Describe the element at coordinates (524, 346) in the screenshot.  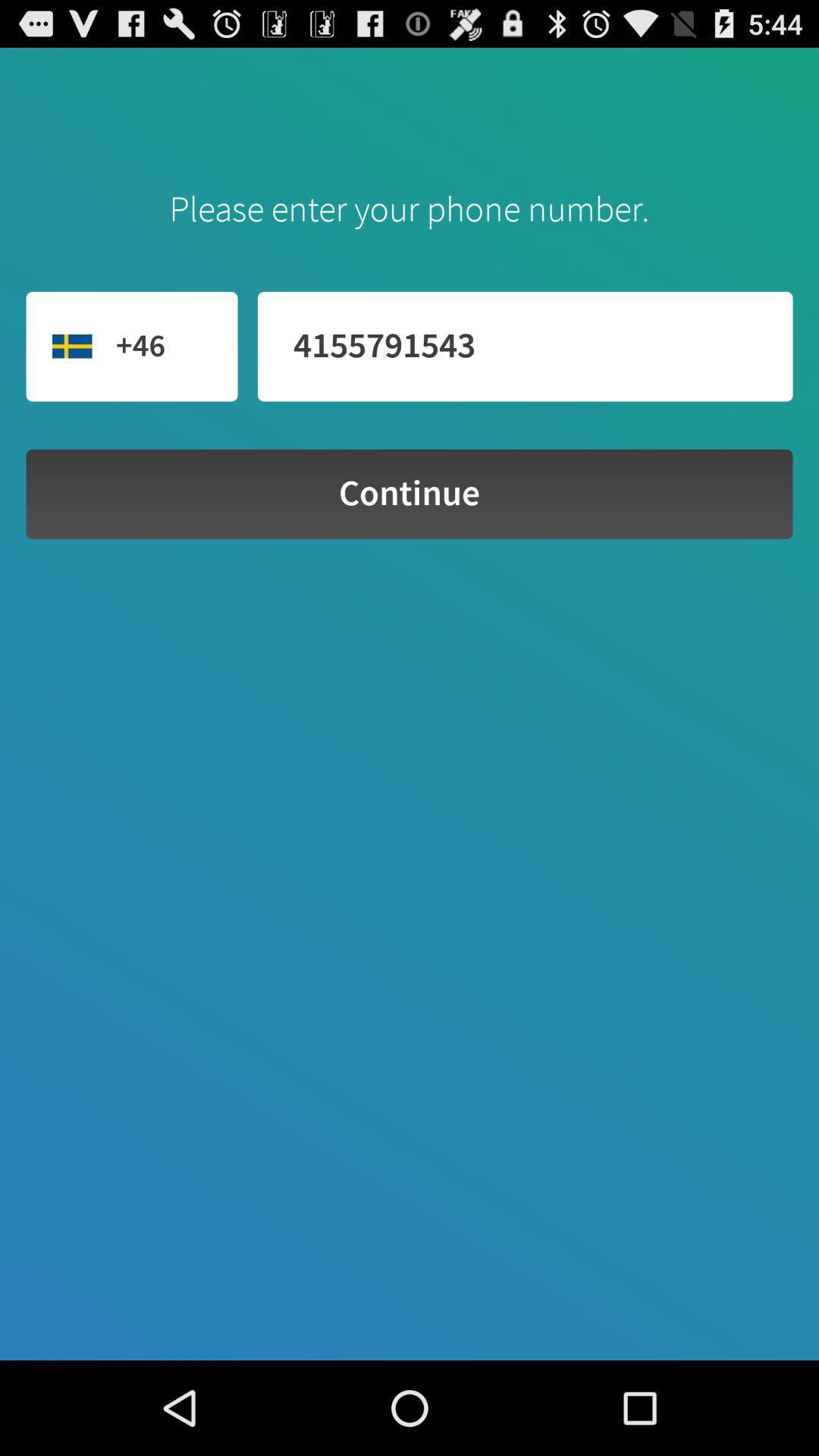
I see `icon next to +46 icon` at that location.